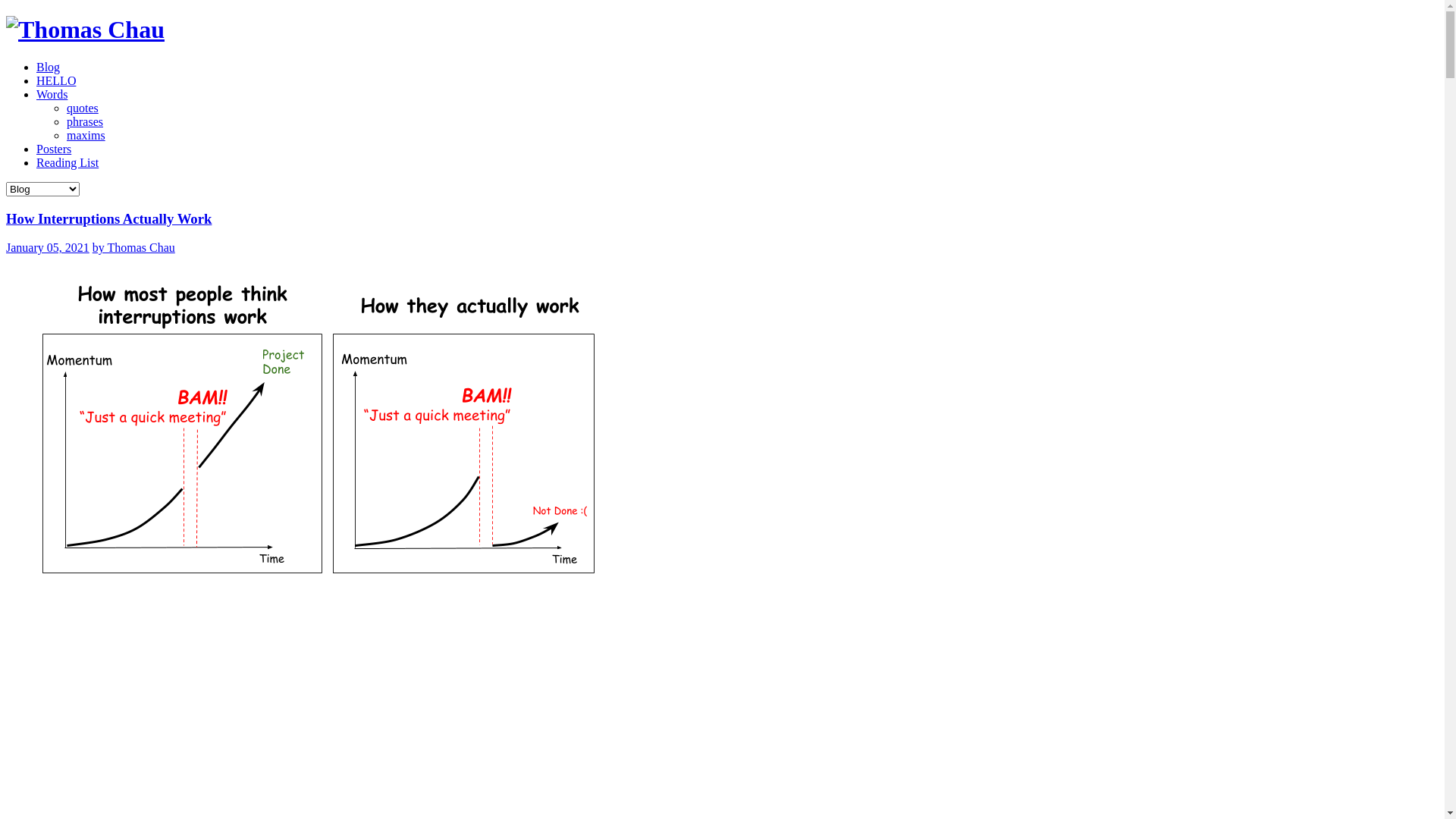 This screenshot has height=819, width=1456. I want to click on 'Thomas Chau', so click(84, 29).